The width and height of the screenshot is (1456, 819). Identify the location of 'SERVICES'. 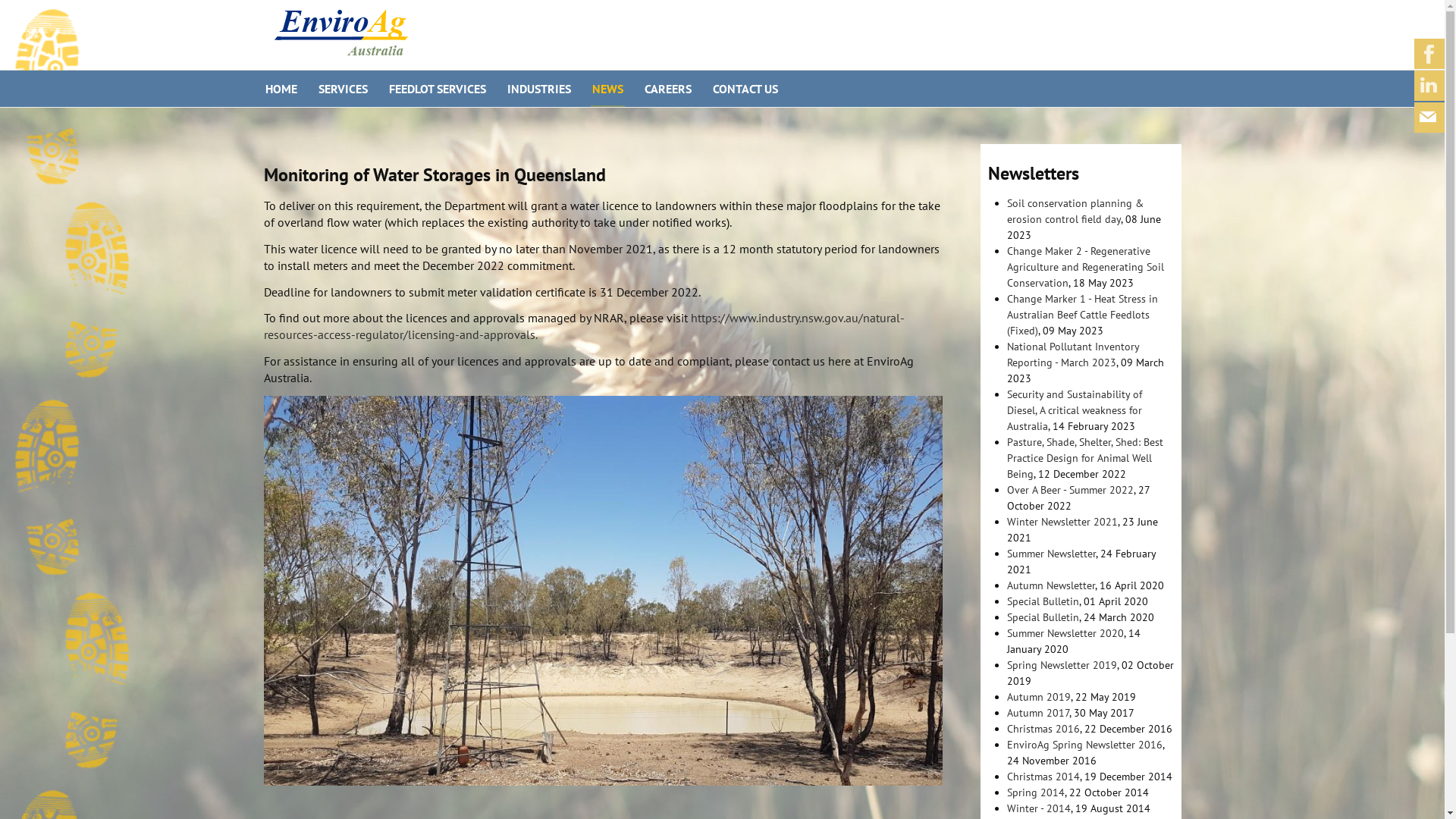
(342, 88).